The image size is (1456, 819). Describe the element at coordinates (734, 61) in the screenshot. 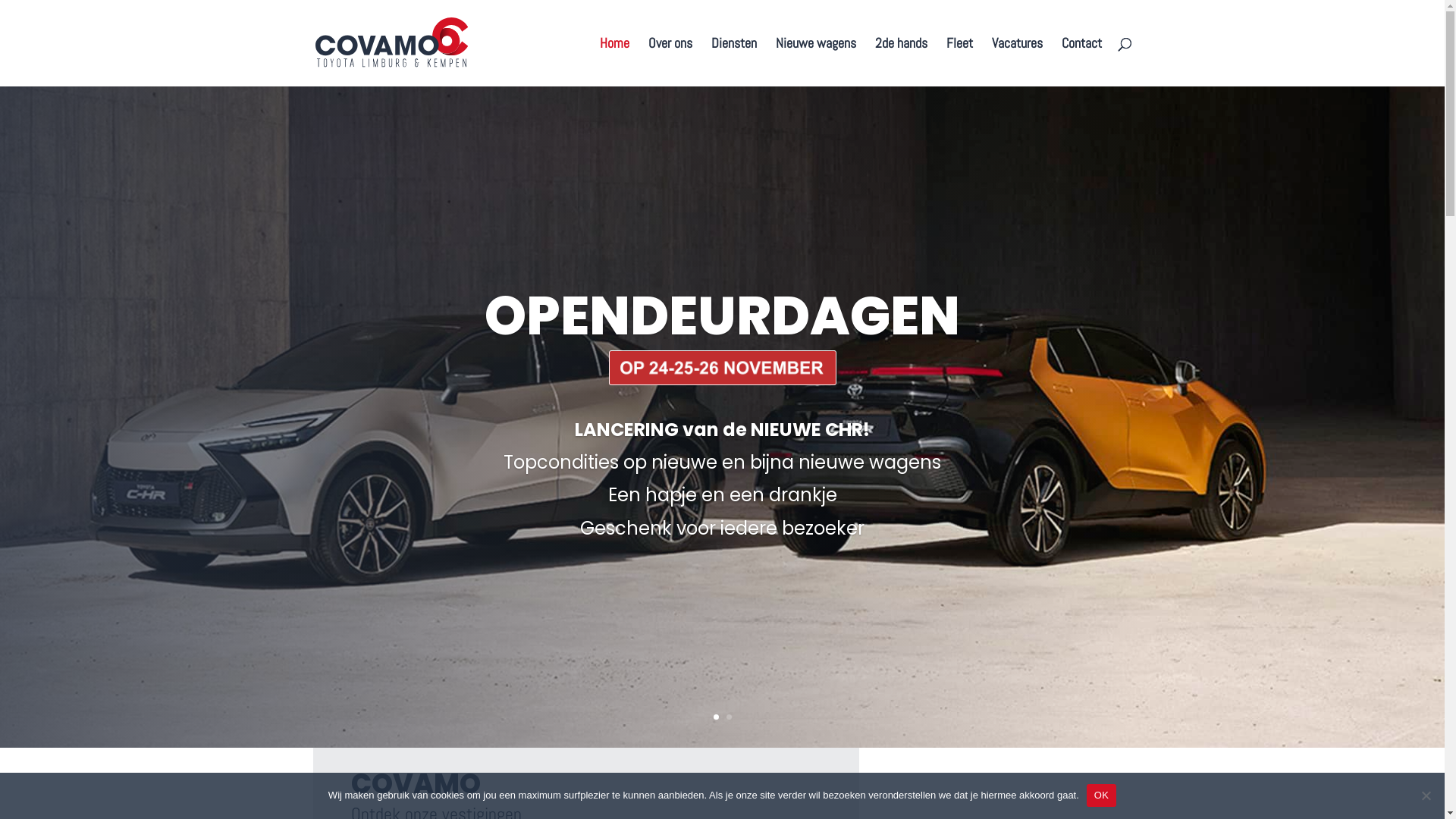

I see `'Diensten'` at that location.